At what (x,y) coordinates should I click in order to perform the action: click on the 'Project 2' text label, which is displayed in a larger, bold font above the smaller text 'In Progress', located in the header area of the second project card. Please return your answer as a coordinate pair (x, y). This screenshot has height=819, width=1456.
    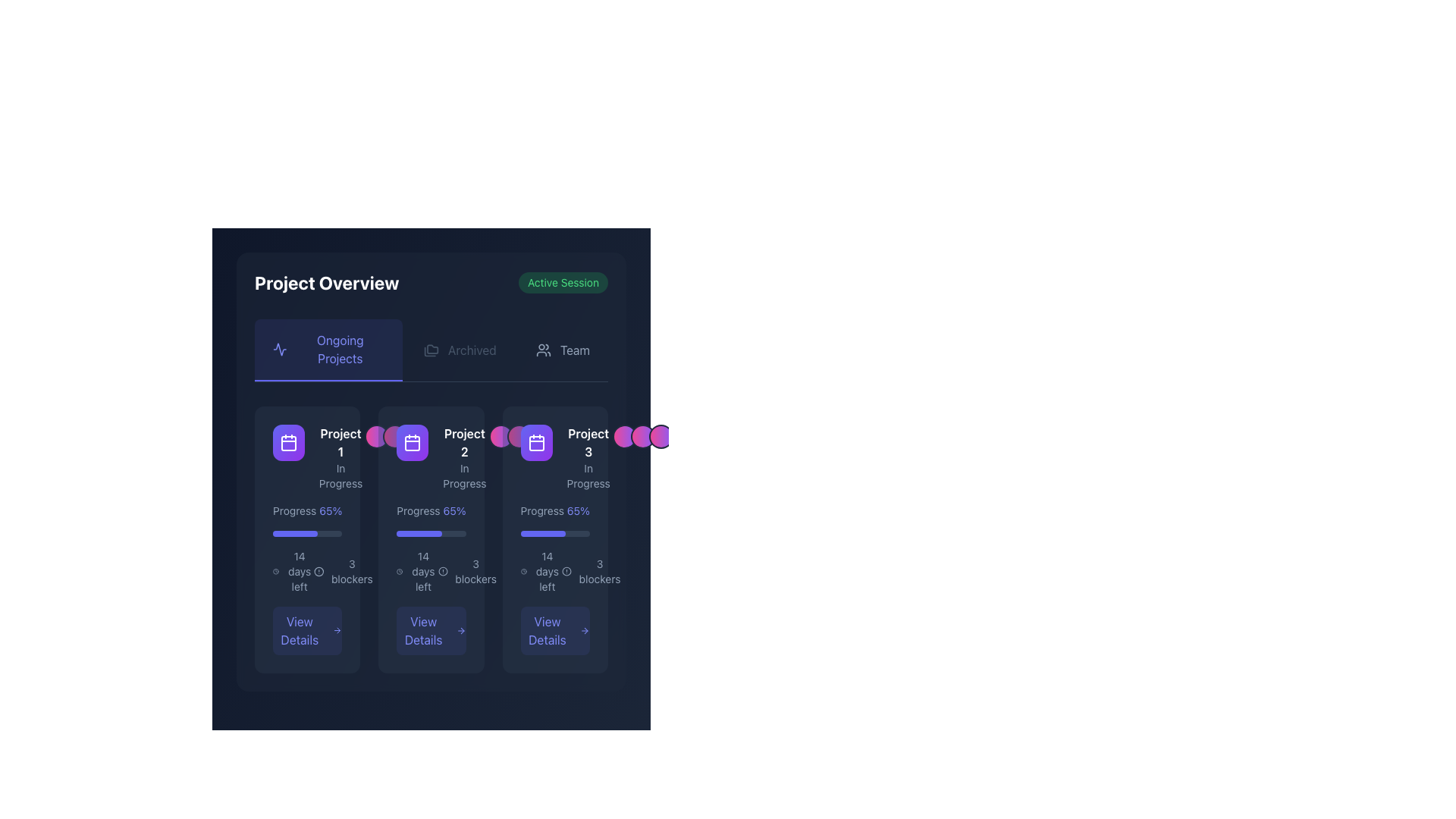
    Looking at the image, I should click on (463, 457).